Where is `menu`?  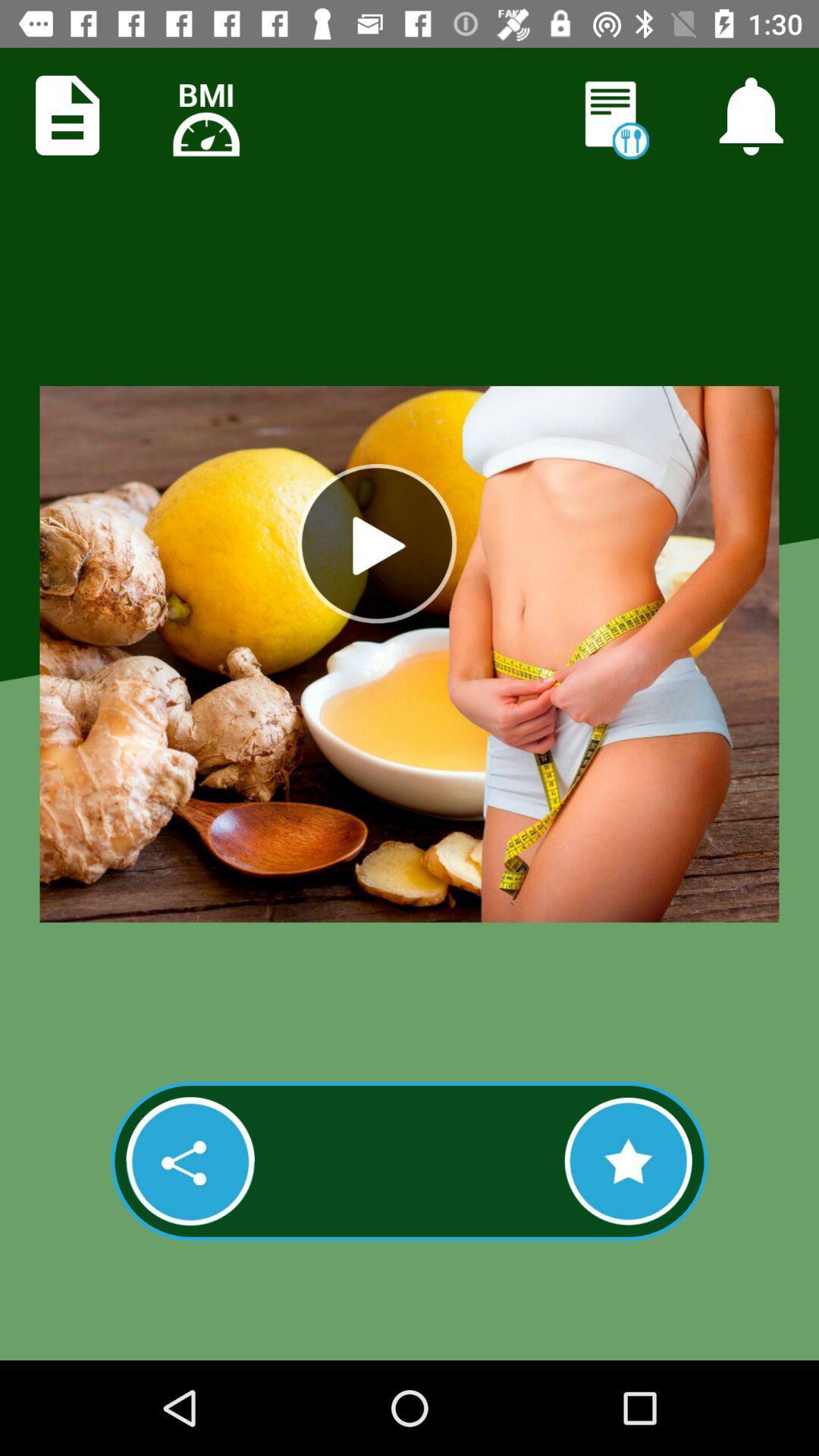
menu is located at coordinates (67, 115).